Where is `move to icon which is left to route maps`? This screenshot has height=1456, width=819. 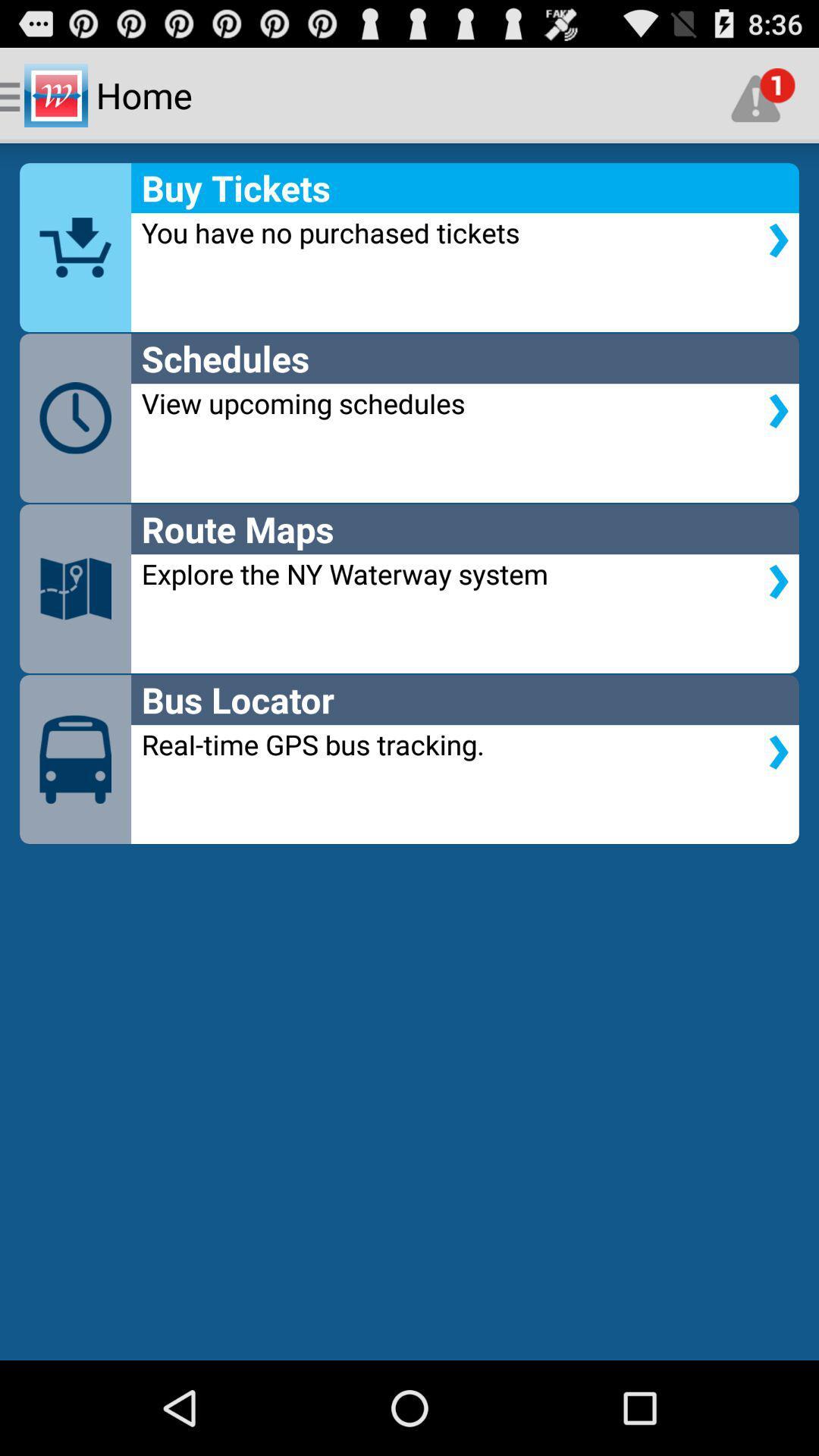 move to icon which is left to route maps is located at coordinates (75, 588).